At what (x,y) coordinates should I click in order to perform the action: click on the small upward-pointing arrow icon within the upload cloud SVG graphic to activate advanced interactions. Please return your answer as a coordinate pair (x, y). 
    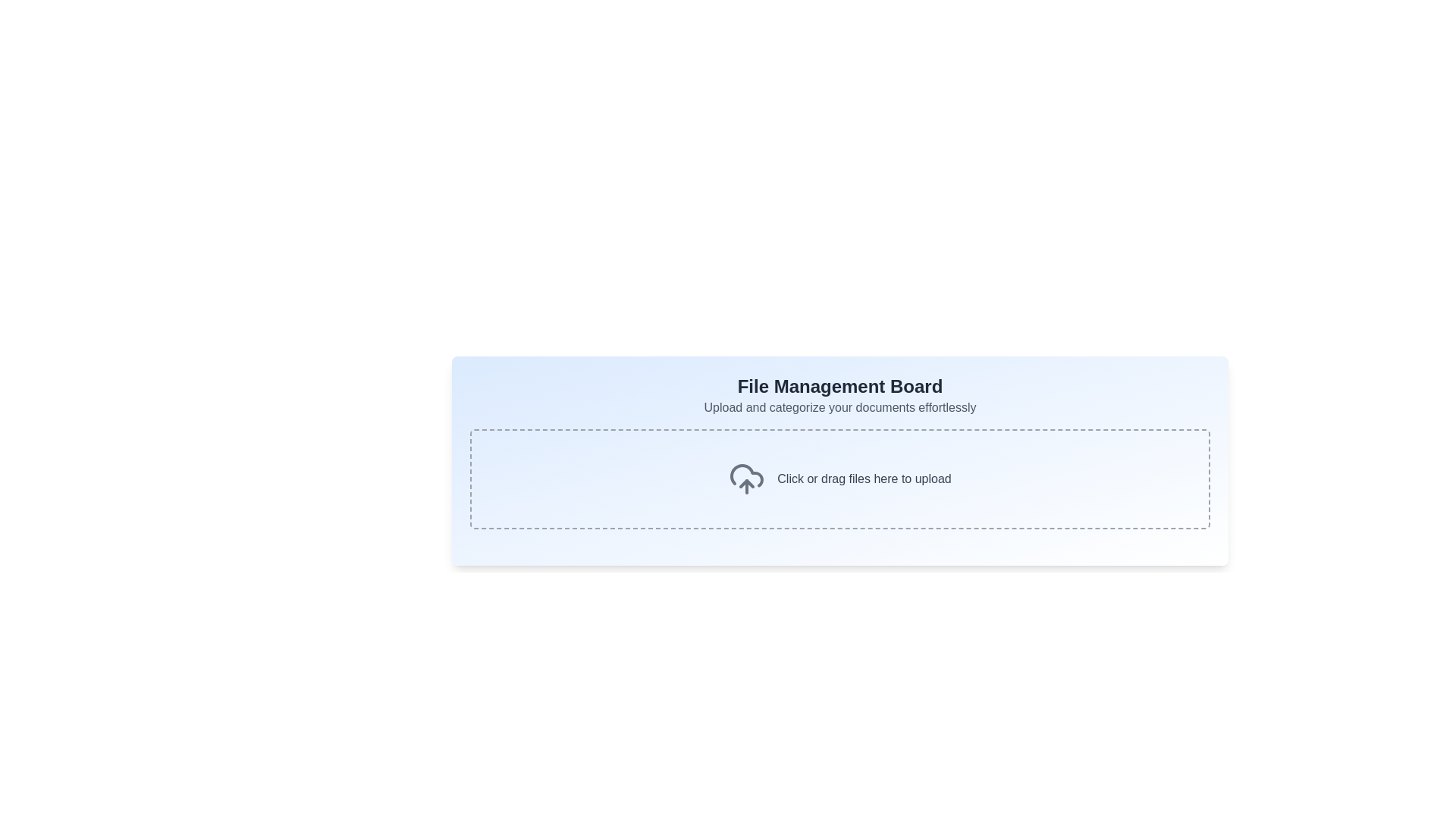
    Looking at the image, I should click on (747, 483).